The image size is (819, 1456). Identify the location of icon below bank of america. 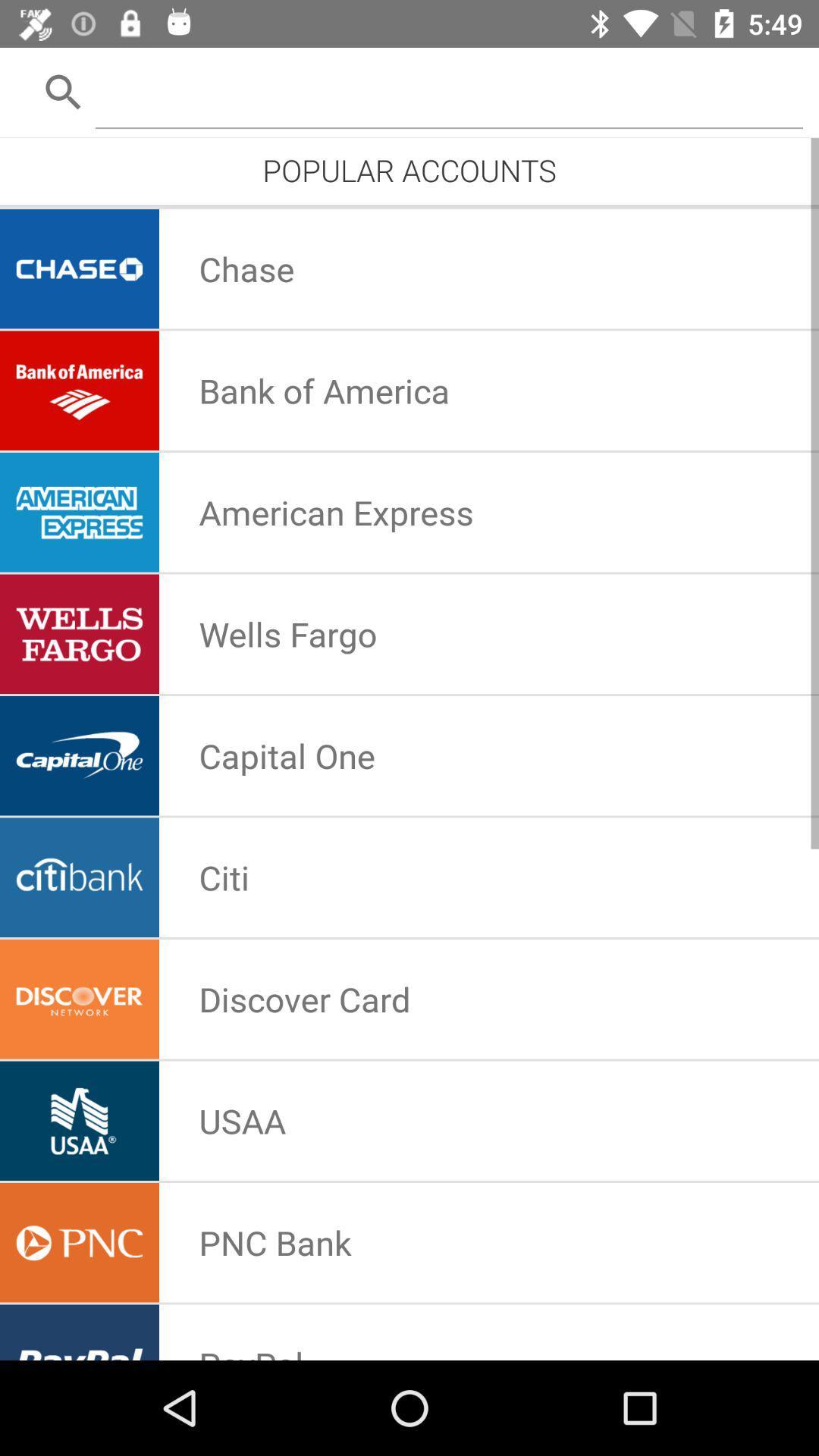
(335, 512).